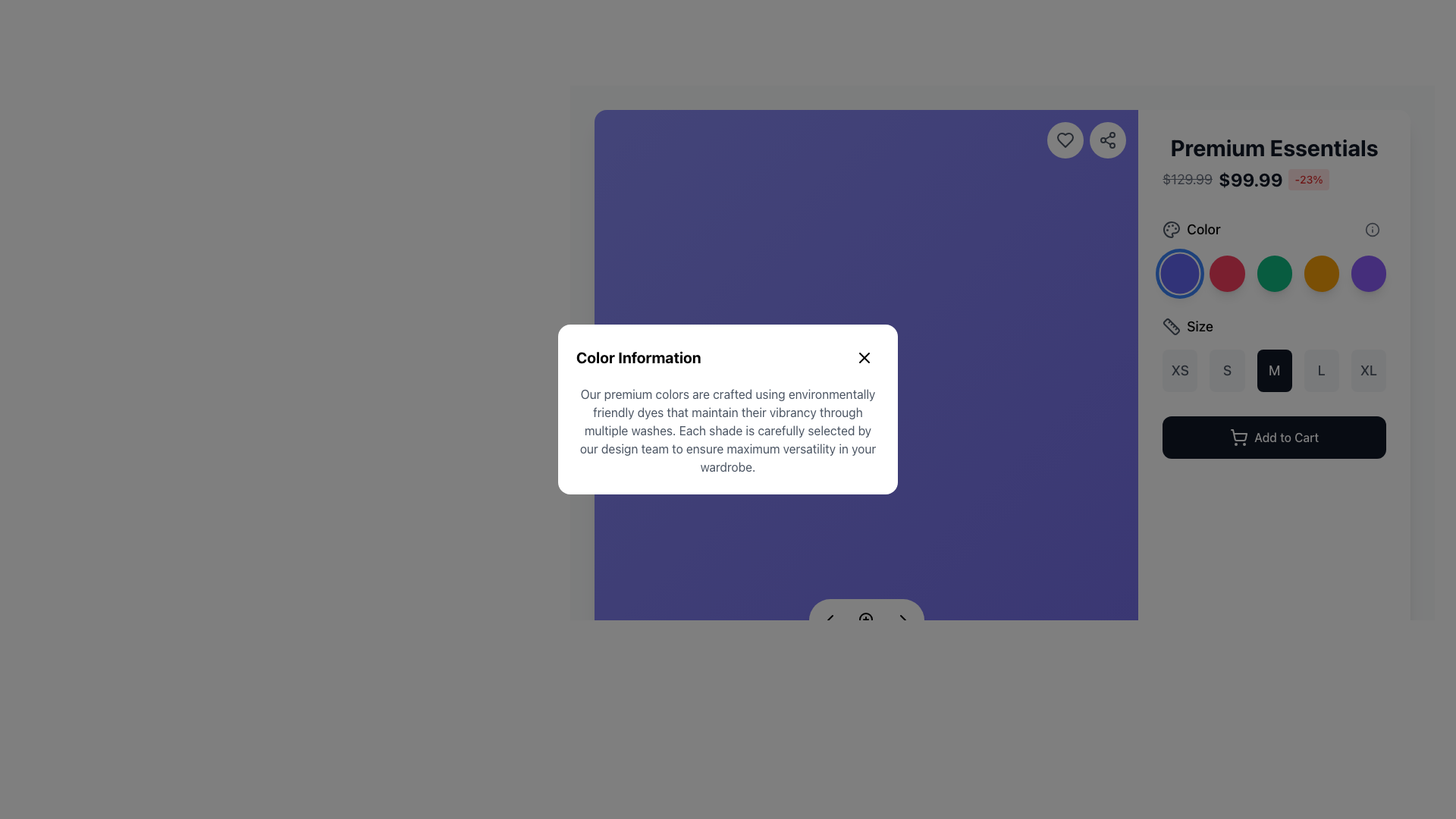 The image size is (1456, 819). What do you see at coordinates (1274, 371) in the screenshot?
I see `the 'M' size selection button, which is the third button in a horizontal row of five size options labeled 'XS', 'S', 'M', 'L', and 'XL', located beneath the 'Size' label in the product details section` at bounding box center [1274, 371].